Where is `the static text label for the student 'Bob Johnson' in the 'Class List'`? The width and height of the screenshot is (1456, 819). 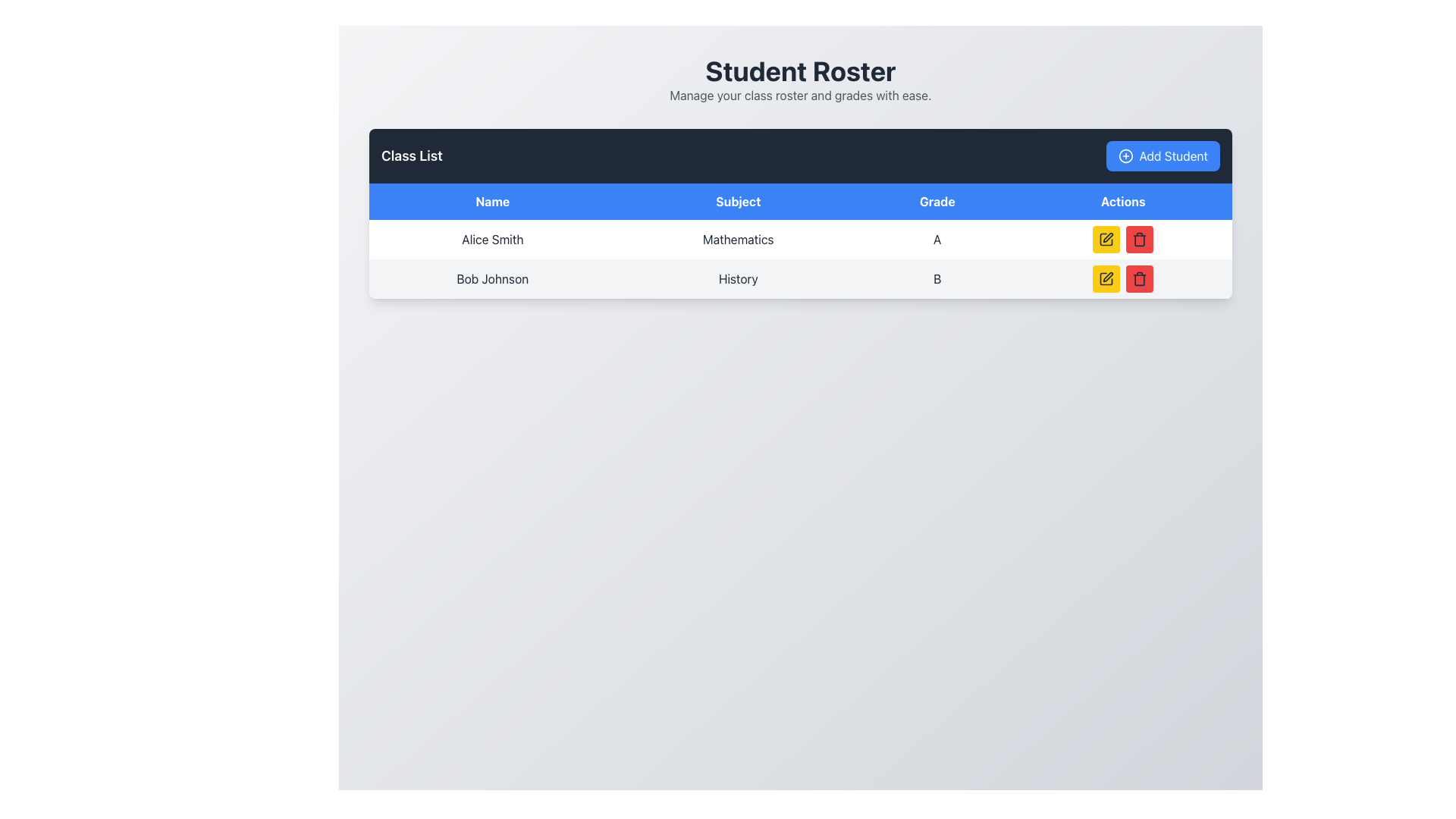 the static text label for the student 'Bob Johnson' in the 'Class List' is located at coordinates (492, 278).